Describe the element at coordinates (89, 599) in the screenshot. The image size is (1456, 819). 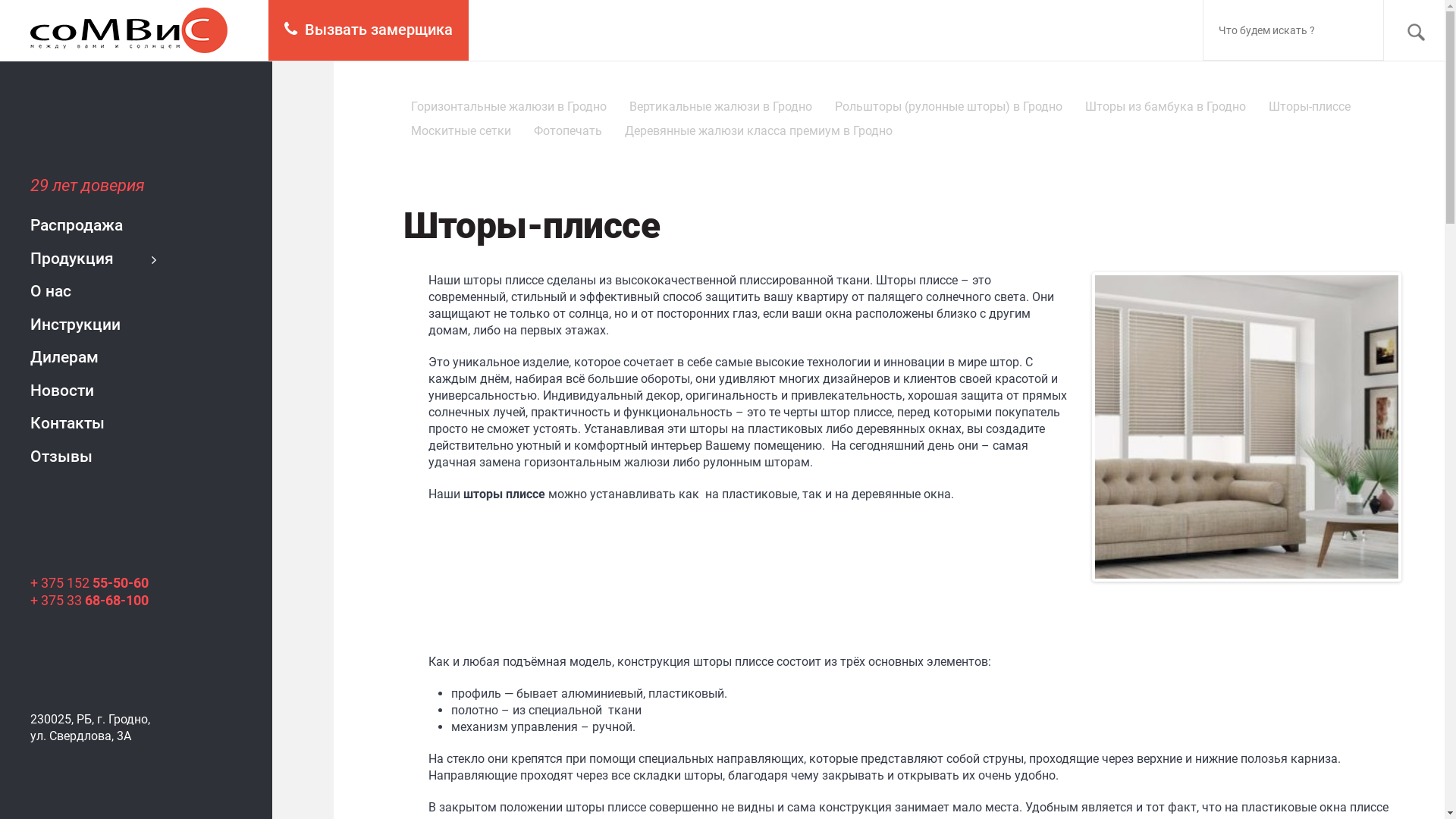
I see `'+ 375 33 68-68-100'` at that location.